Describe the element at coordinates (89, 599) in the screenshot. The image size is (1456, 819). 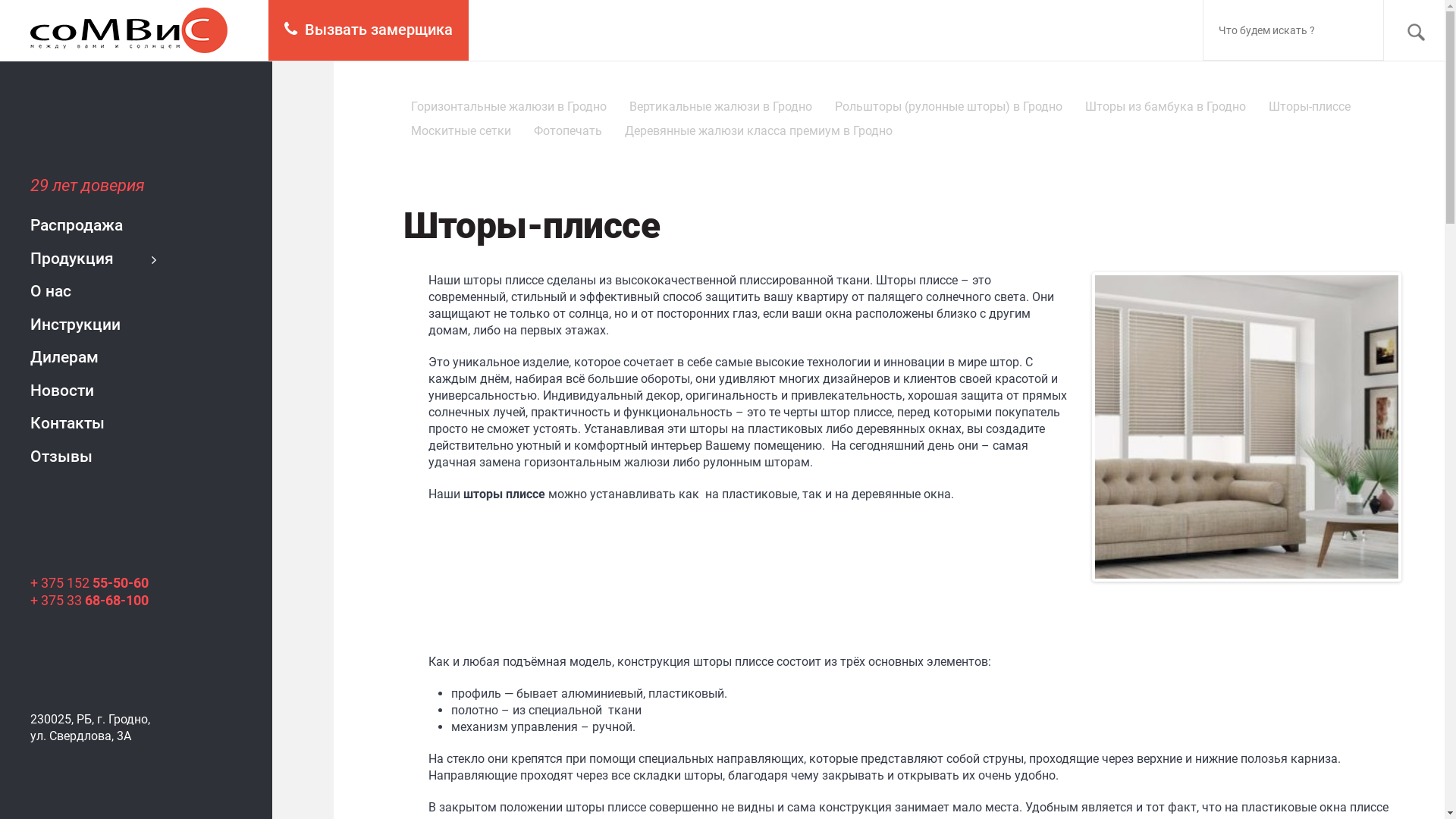
I see `'+ 375 33 68-68-100'` at that location.